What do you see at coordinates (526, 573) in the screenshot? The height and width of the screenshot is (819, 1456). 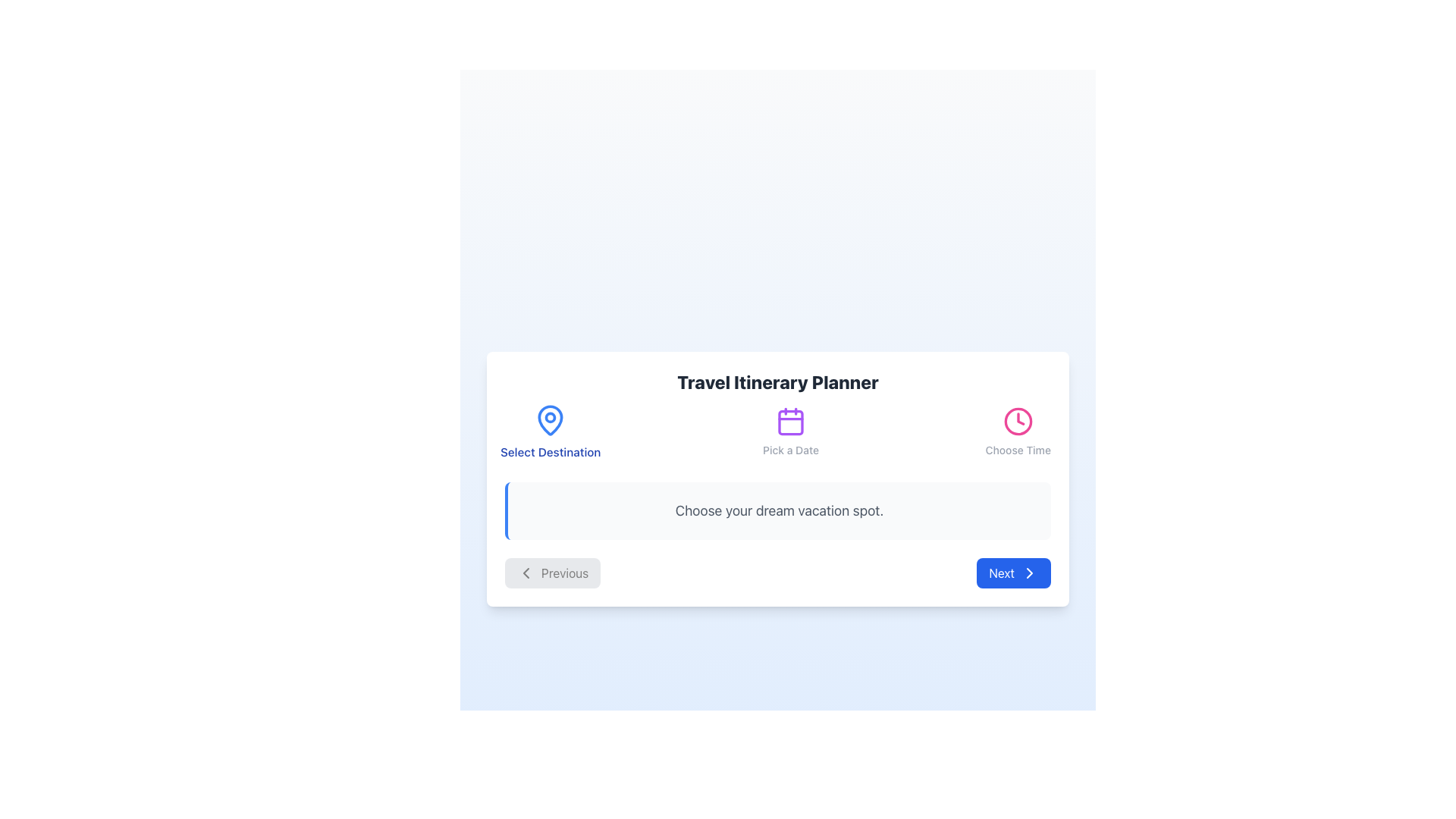 I see `the leftward-pointing arrow icon within the 'Previous' button` at bounding box center [526, 573].